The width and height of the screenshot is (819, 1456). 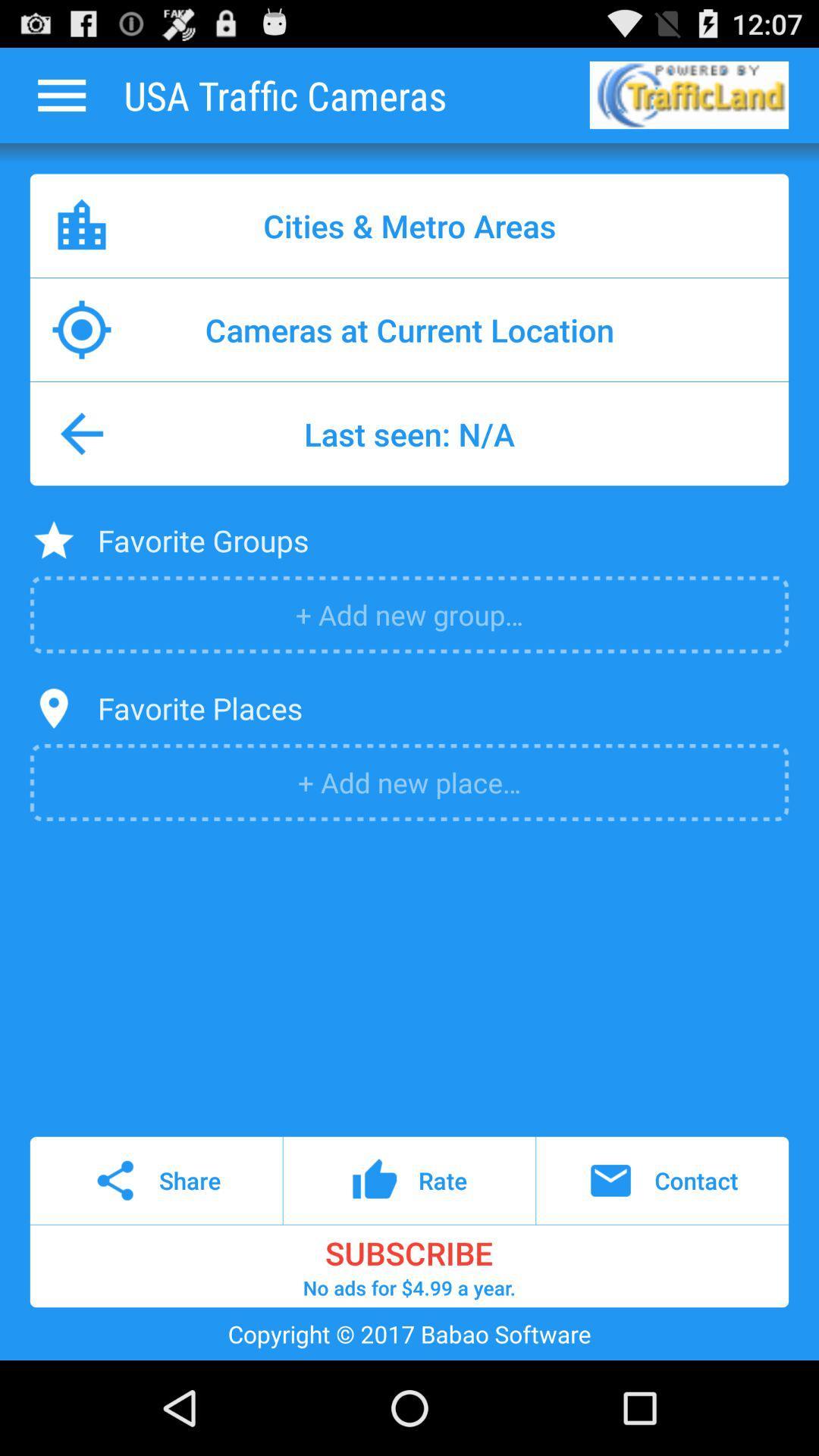 What do you see at coordinates (285, 94) in the screenshot?
I see `the usa traffic cameras item` at bounding box center [285, 94].